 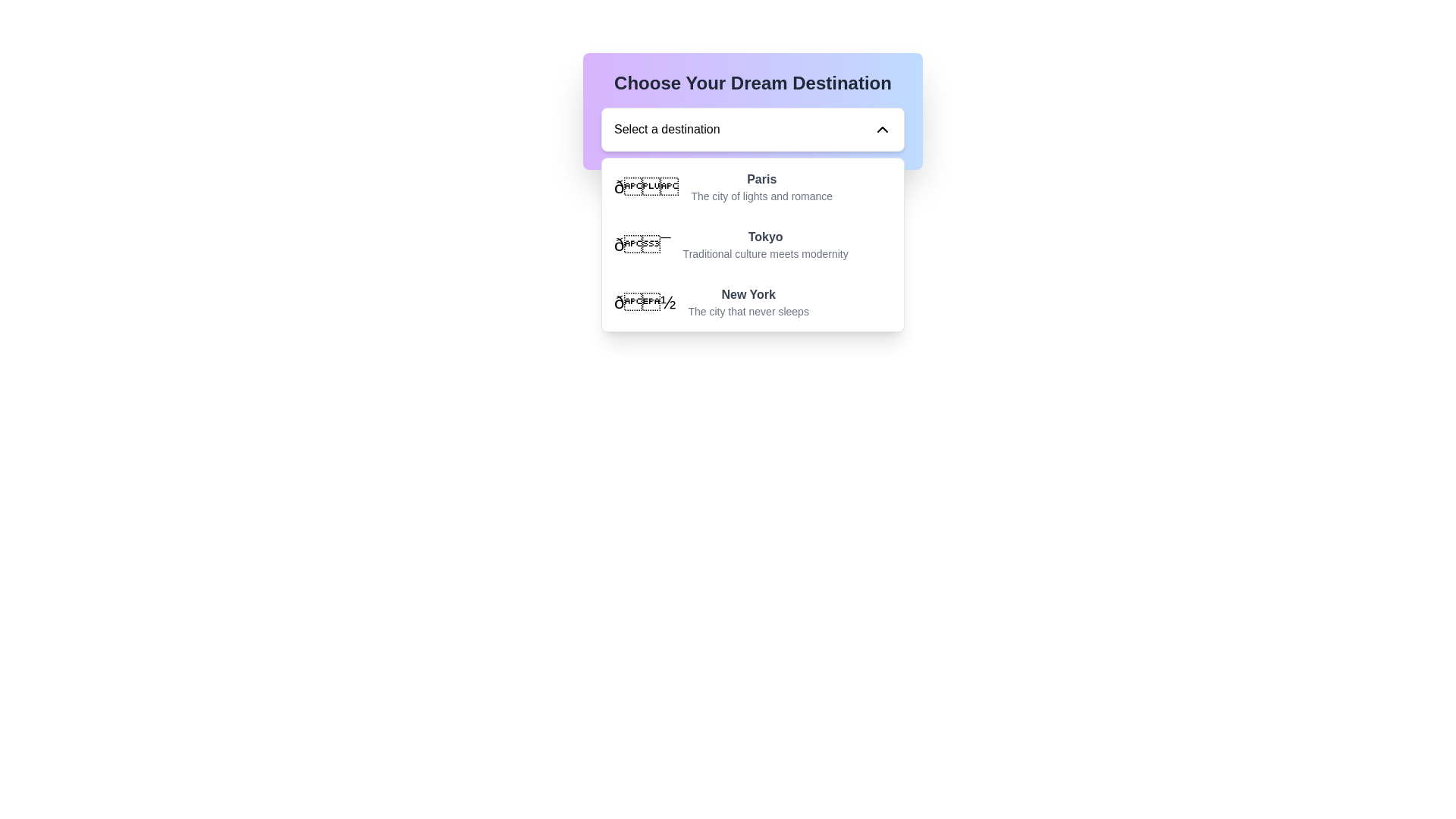 I want to click on the topmost selectable list item in the dropdown menu that features a globe emoji and the bold text 'Paris', highlighting it to indicate selection, so click(x=753, y=186).